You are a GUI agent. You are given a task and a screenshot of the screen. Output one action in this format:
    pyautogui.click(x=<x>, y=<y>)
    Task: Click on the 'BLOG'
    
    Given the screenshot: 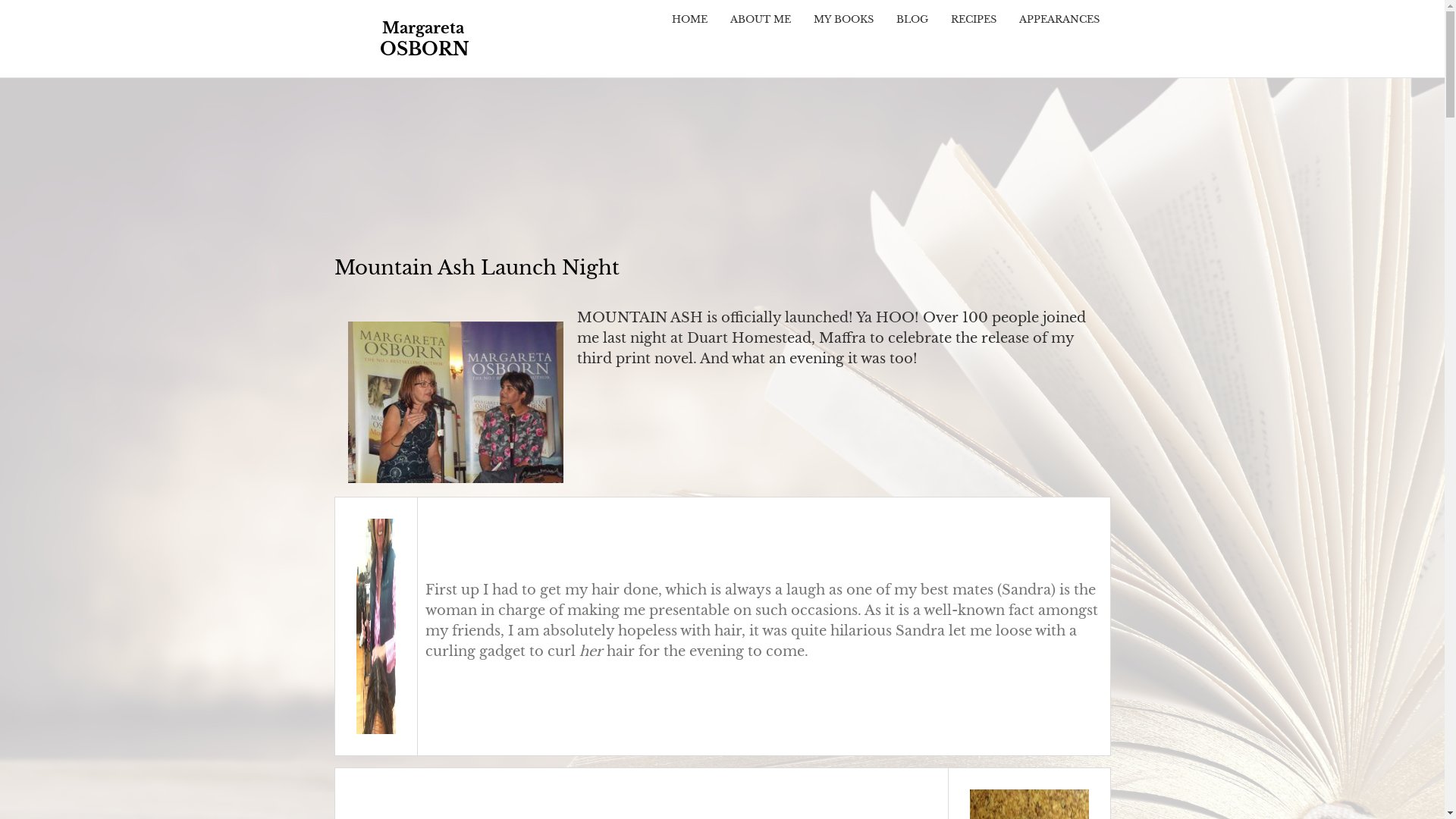 What is the action you would take?
    pyautogui.click(x=884, y=19)
    